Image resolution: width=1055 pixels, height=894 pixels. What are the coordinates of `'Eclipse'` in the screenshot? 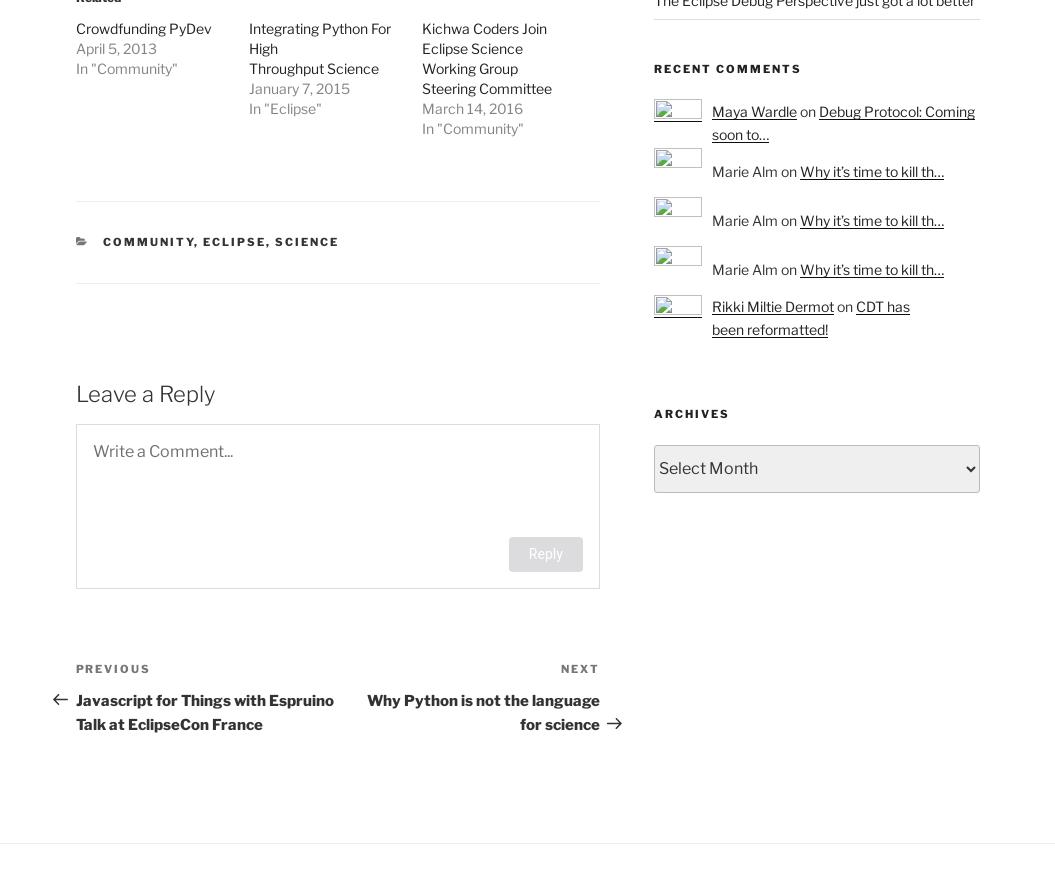 It's located at (233, 241).